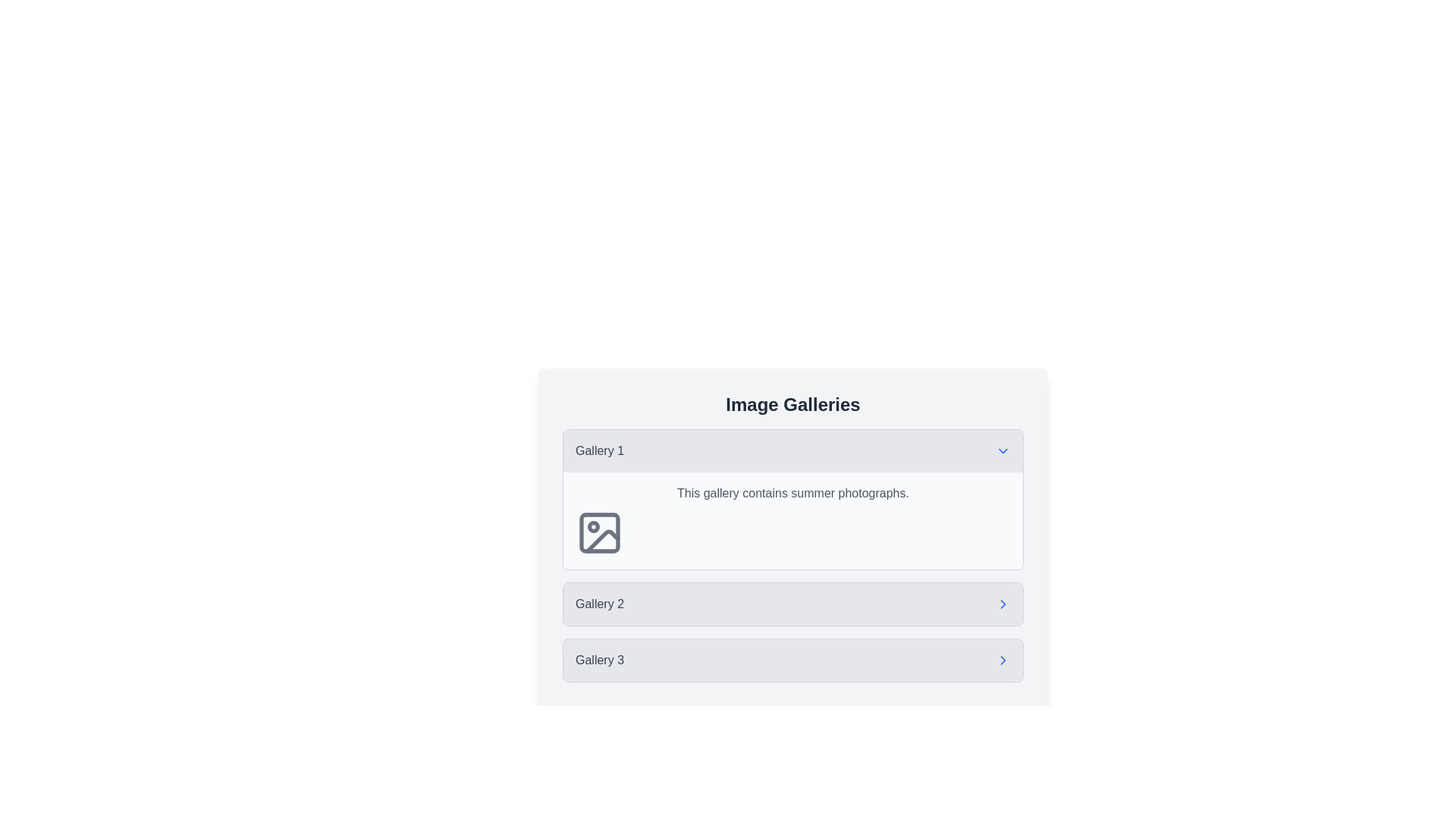 Image resolution: width=1456 pixels, height=819 pixels. Describe the element at coordinates (1003, 604) in the screenshot. I see `the chevron icon at the far right end of the 'Gallery 2' row` at that location.